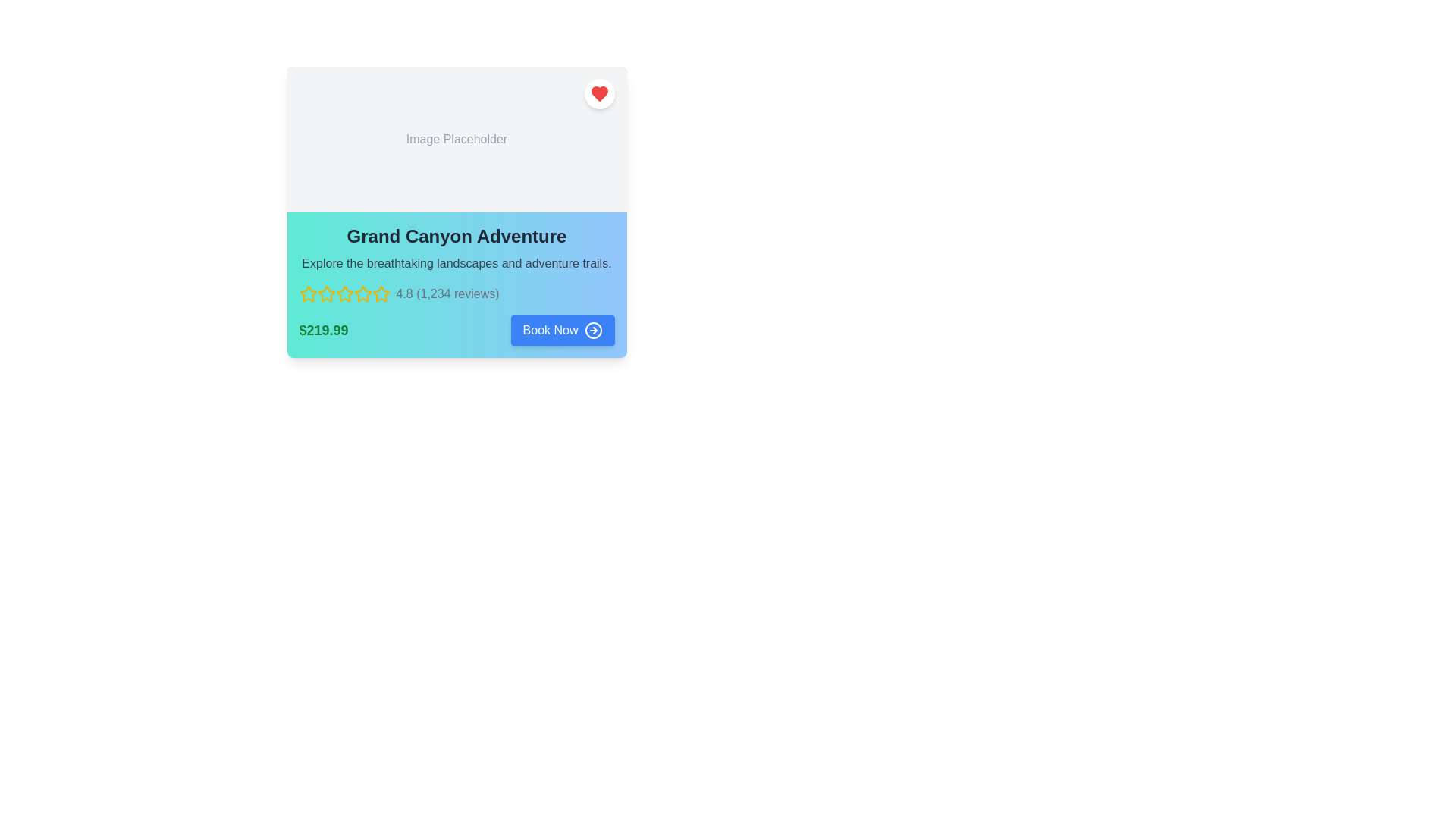 This screenshot has width=1456, height=819. What do you see at coordinates (325, 293) in the screenshot?
I see `the first star in the five-star rating system to rate the item` at bounding box center [325, 293].